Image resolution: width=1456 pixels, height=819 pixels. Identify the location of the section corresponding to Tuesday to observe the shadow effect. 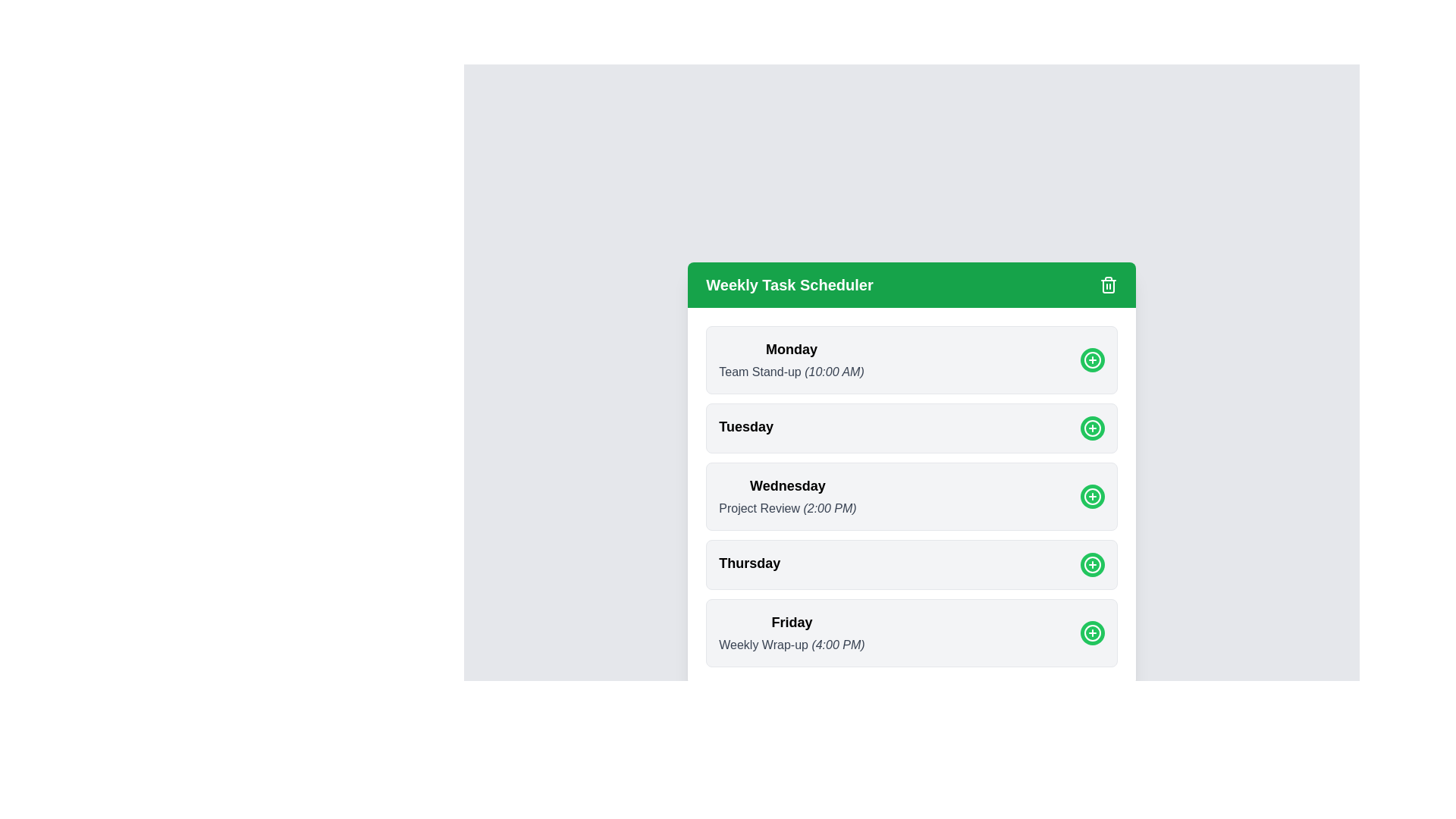
(911, 428).